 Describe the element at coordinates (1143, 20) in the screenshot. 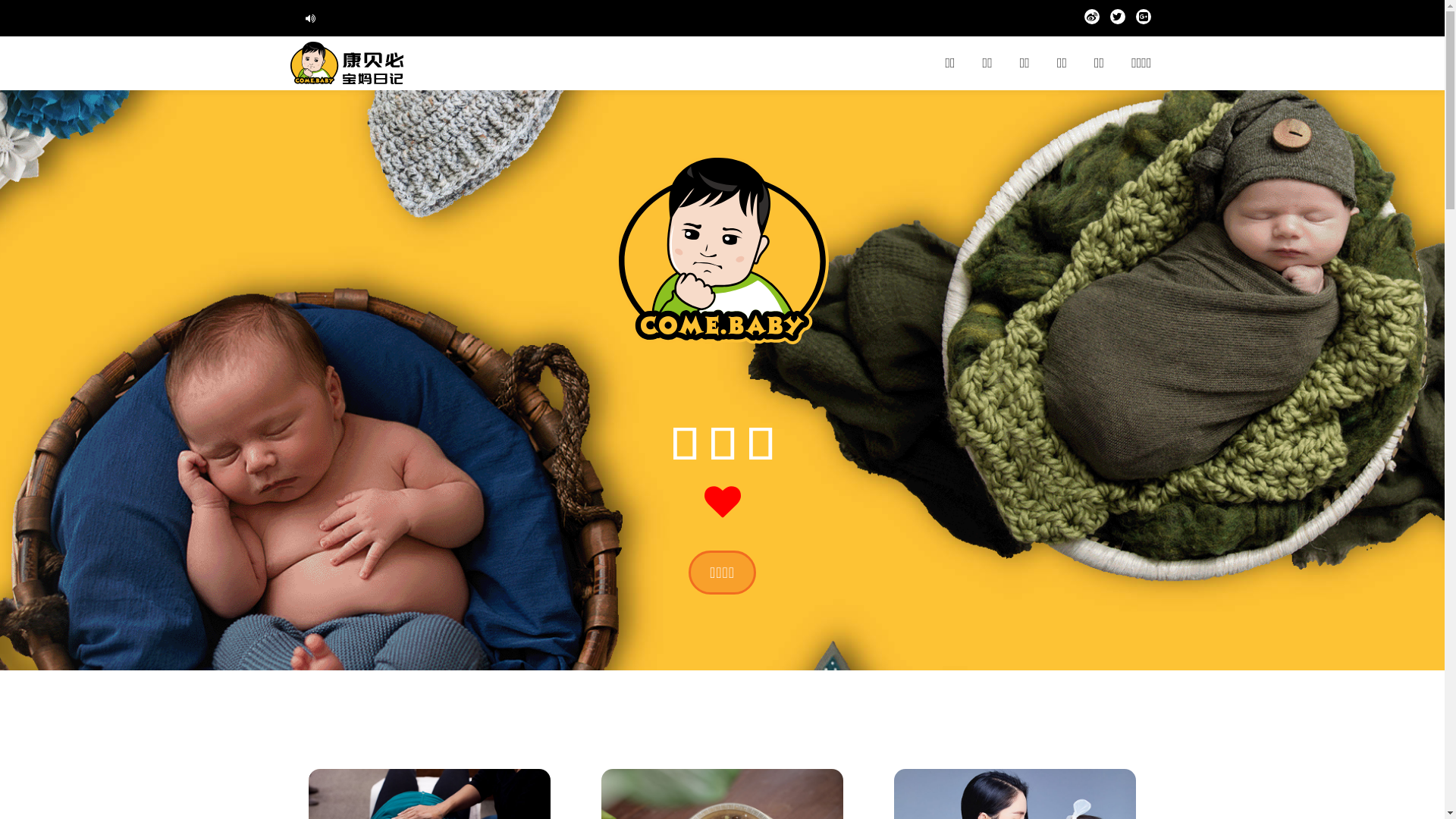

I see `'fa-google-plus-square'` at that location.